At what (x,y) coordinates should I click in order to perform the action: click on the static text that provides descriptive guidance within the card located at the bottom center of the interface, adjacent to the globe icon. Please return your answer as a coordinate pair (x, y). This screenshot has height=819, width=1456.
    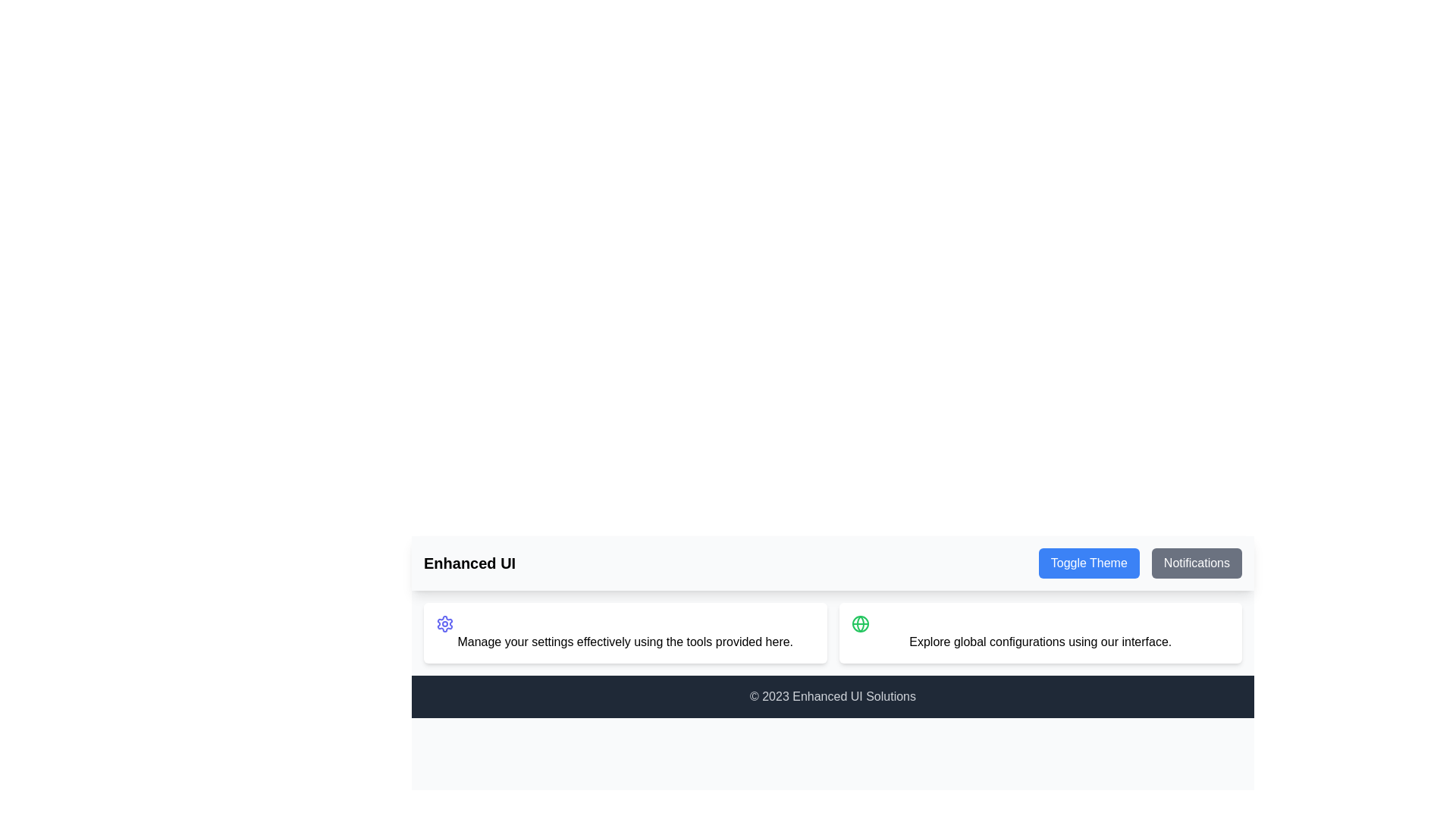
    Looking at the image, I should click on (1040, 642).